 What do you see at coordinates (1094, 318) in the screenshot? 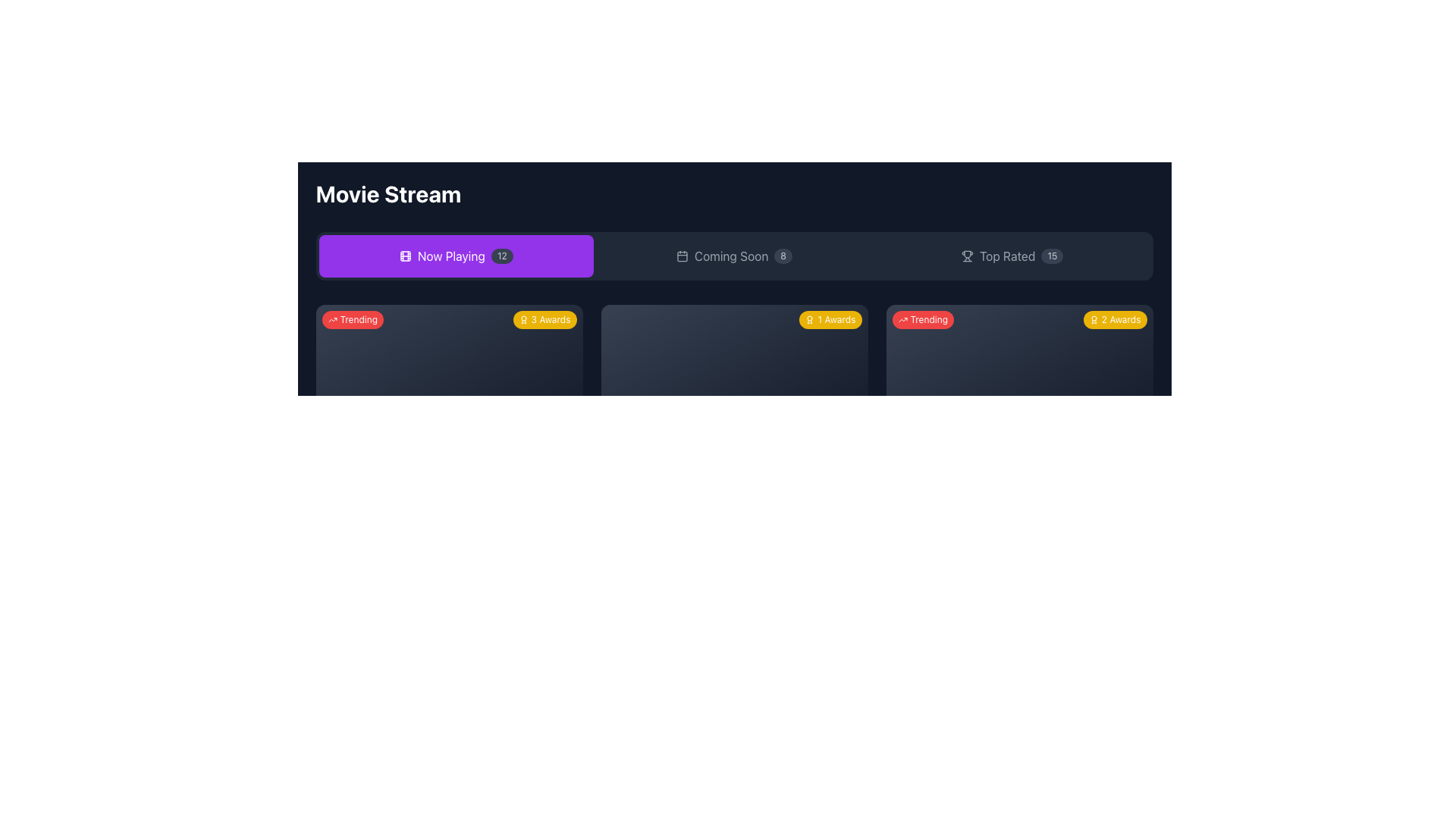
I see `the award icon, which is represented as an SVG with a circular medallion and ribbon-like extensions, located within a yellow badge stating '2 Awards' in the upper-right corner of the card-like section` at bounding box center [1094, 318].